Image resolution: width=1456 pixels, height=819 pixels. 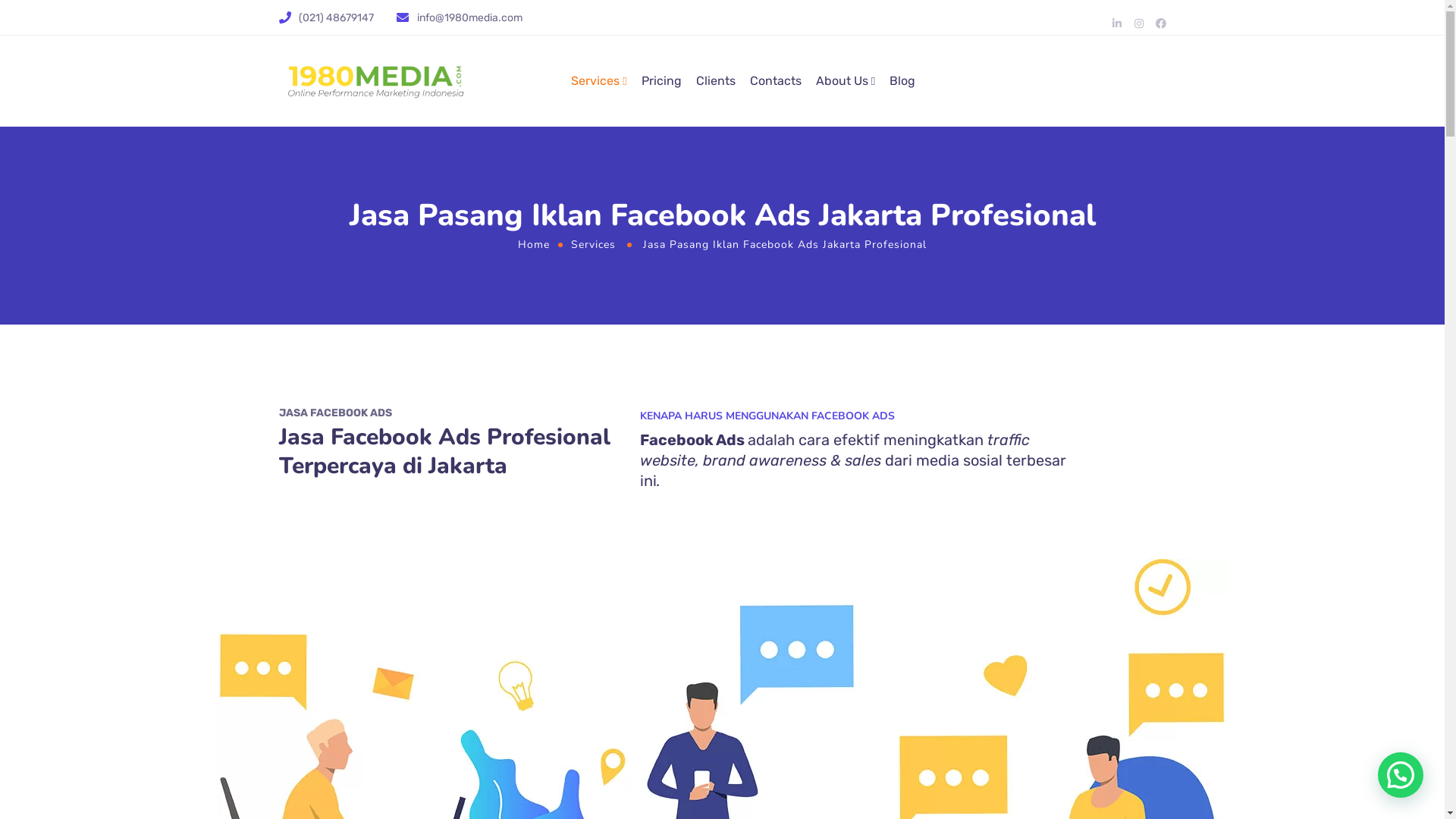 What do you see at coordinates (844, 81) in the screenshot?
I see `'About Us'` at bounding box center [844, 81].